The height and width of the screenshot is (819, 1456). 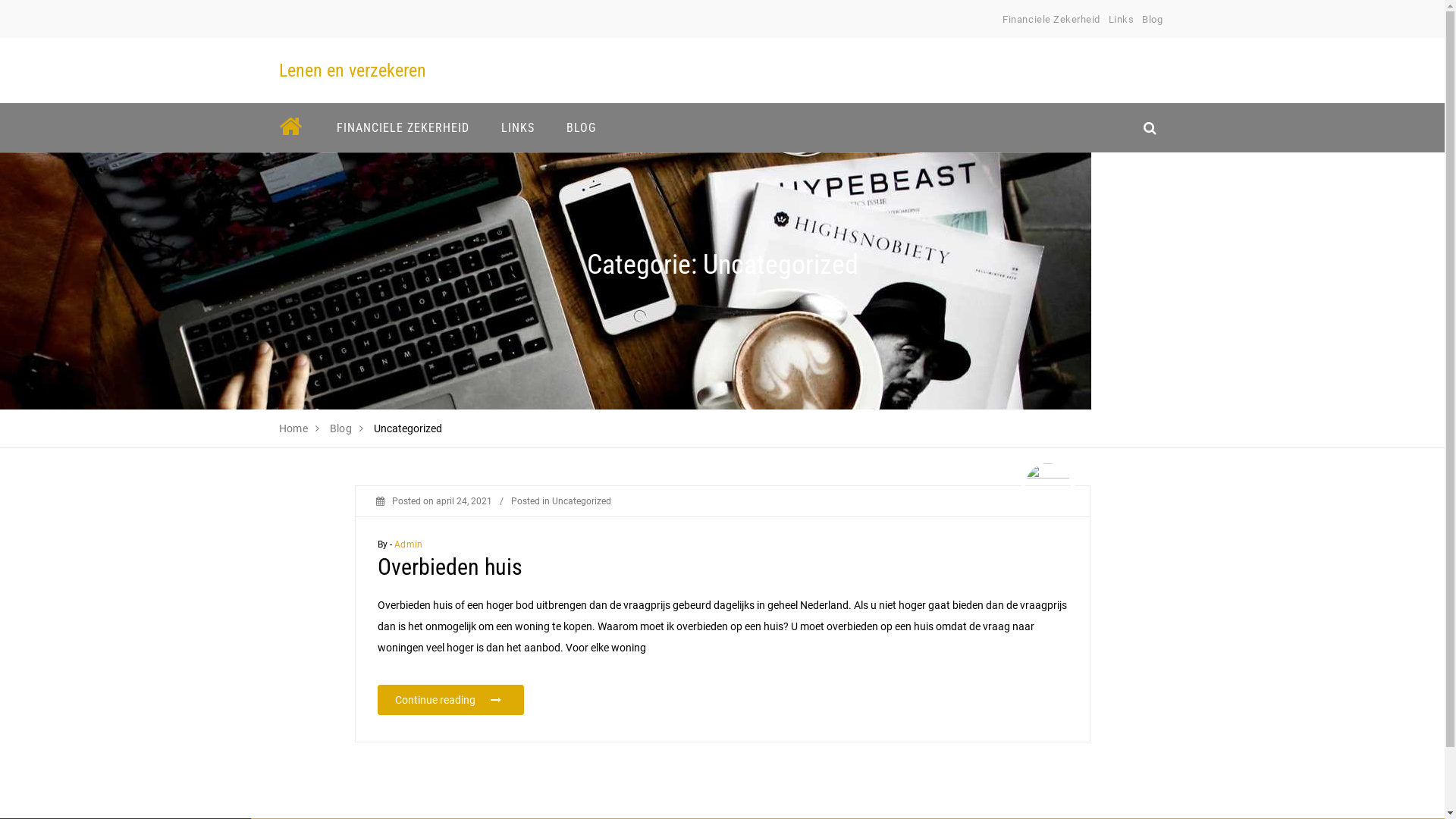 What do you see at coordinates (1121, 19) in the screenshot?
I see `'Links'` at bounding box center [1121, 19].